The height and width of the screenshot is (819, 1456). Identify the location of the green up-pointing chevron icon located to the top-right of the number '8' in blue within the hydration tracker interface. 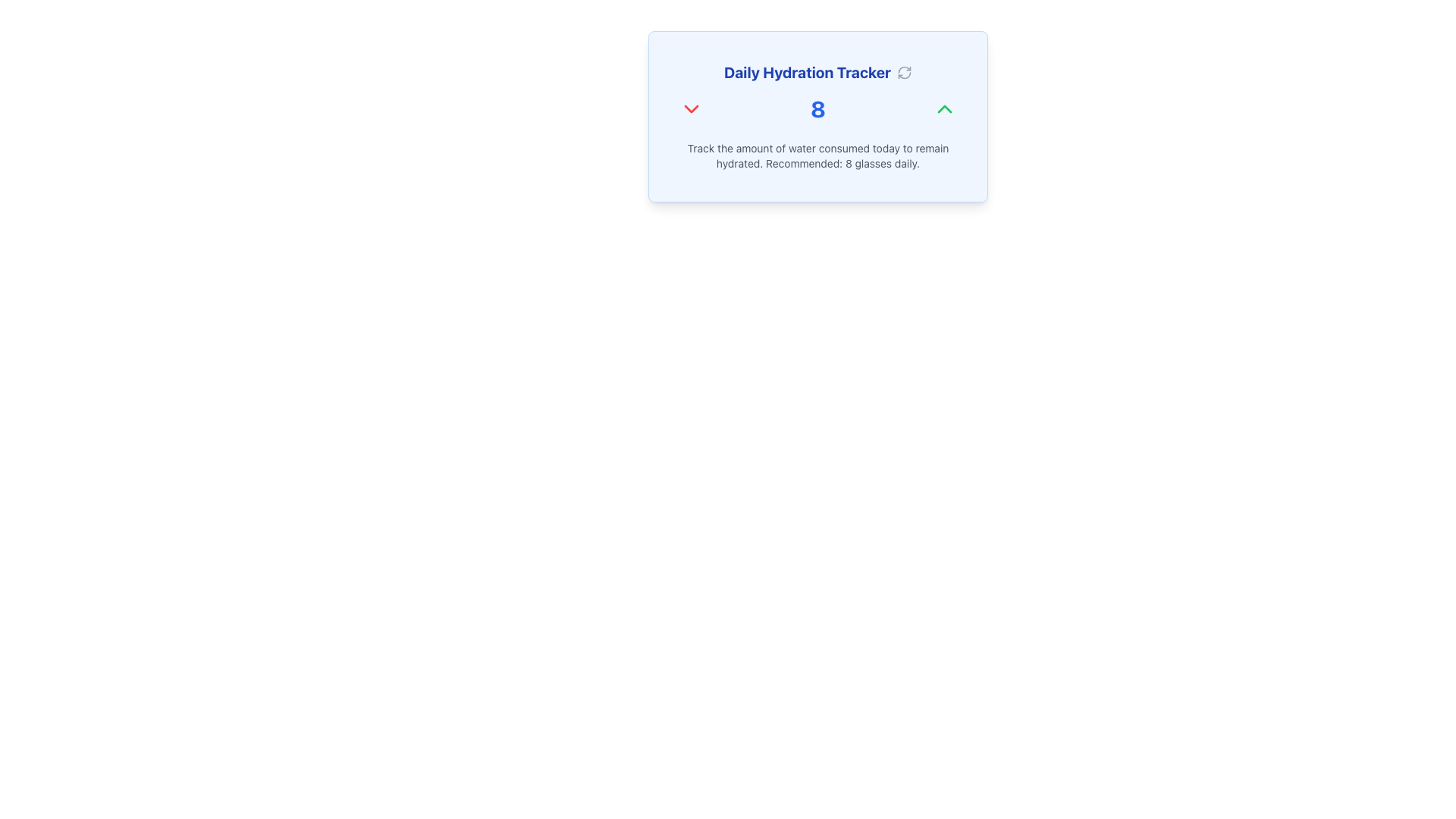
(944, 108).